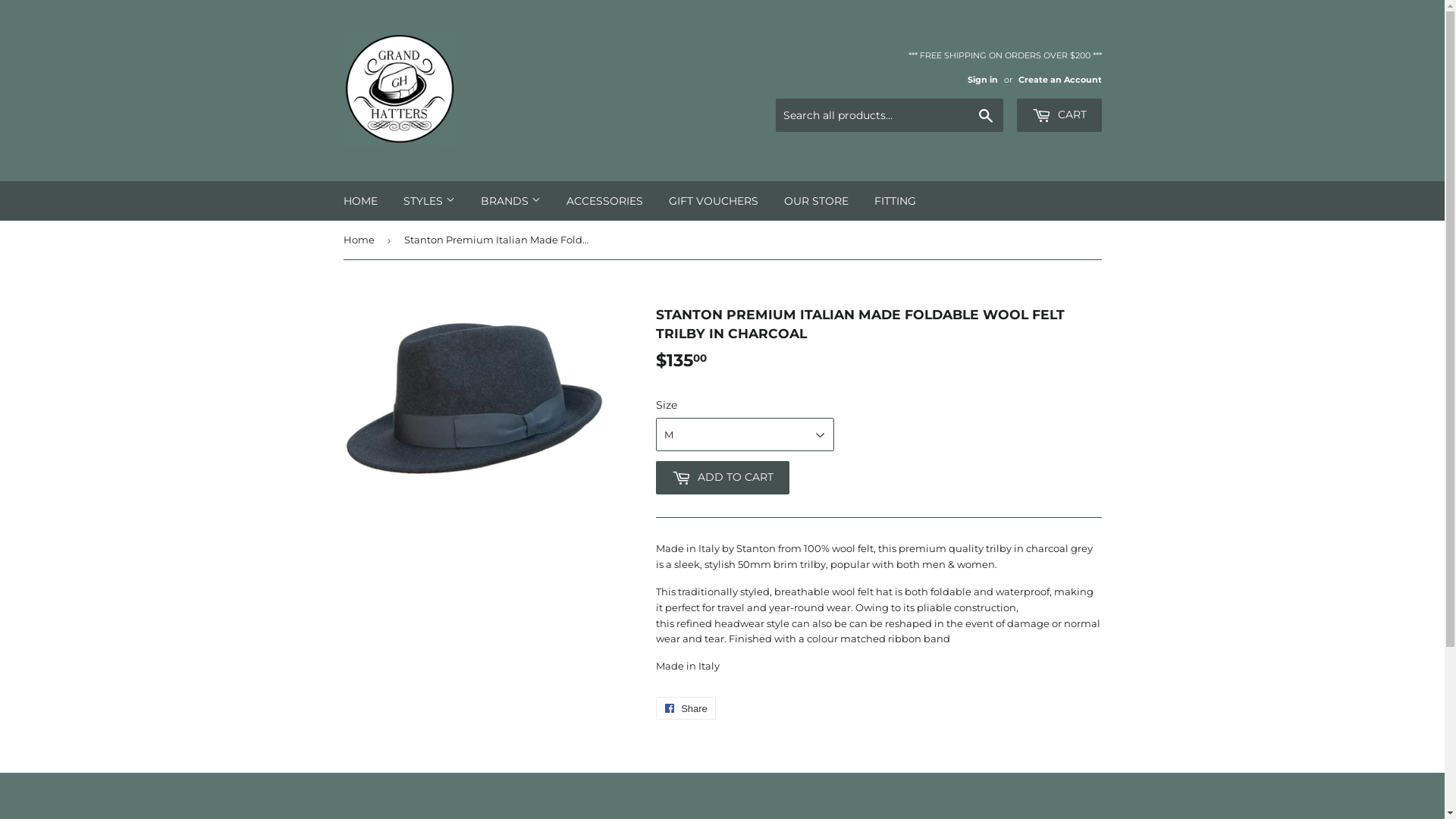 Image resolution: width=1456 pixels, height=819 pixels. I want to click on 'CART', so click(1058, 114).